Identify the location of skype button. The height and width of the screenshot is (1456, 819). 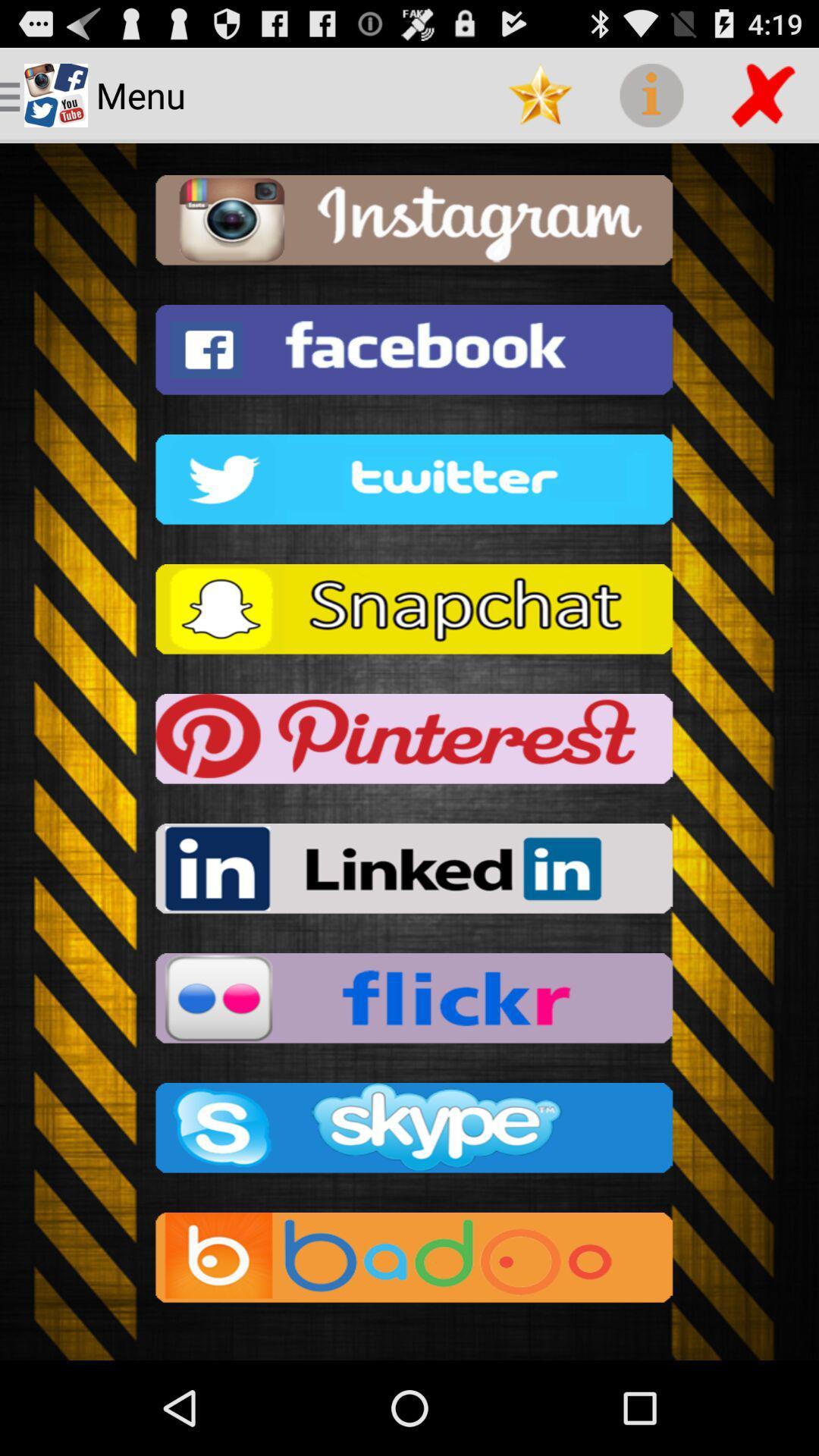
(409, 1132).